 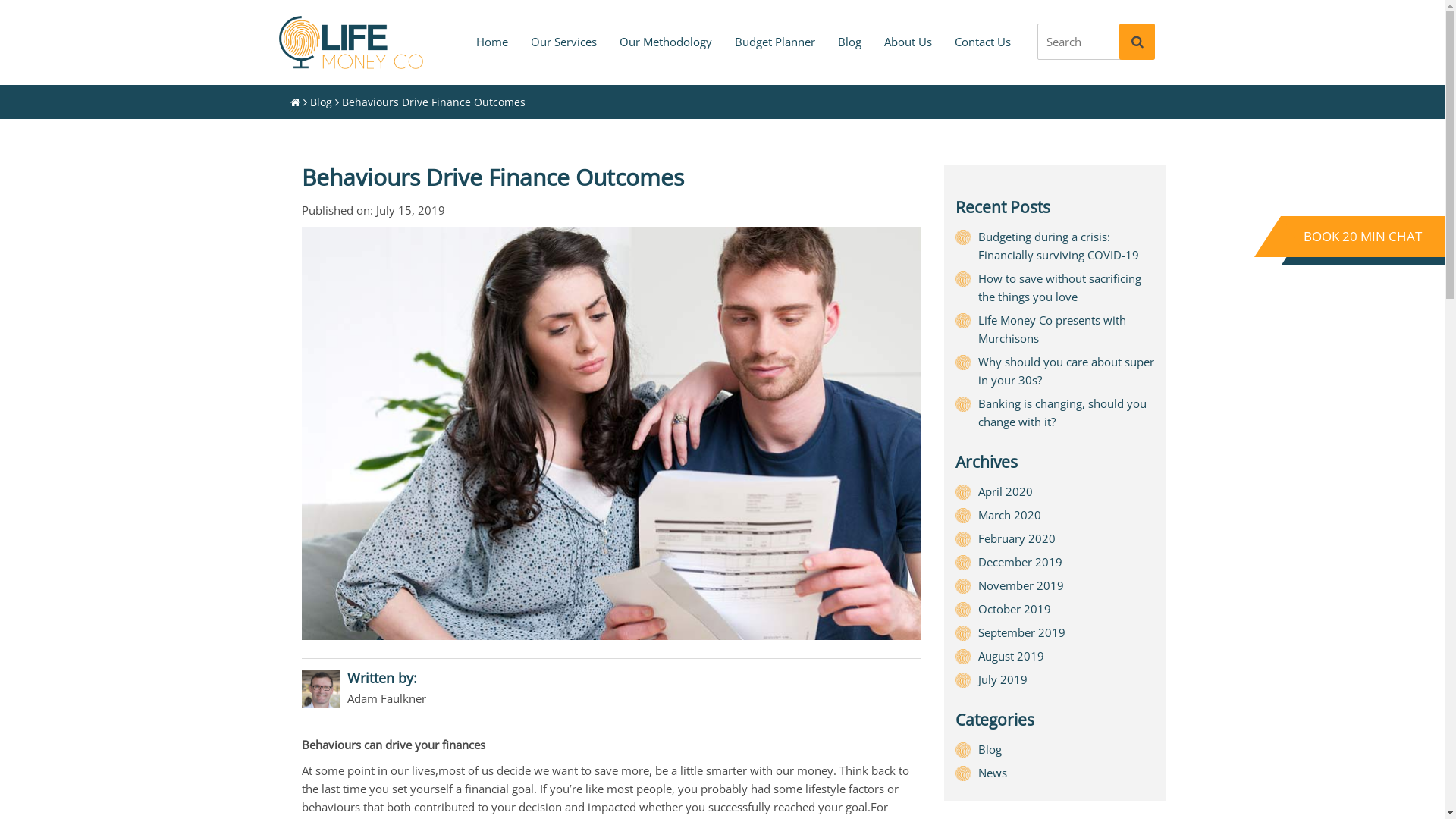 I want to click on 'Our Methodology', so click(x=666, y=40).